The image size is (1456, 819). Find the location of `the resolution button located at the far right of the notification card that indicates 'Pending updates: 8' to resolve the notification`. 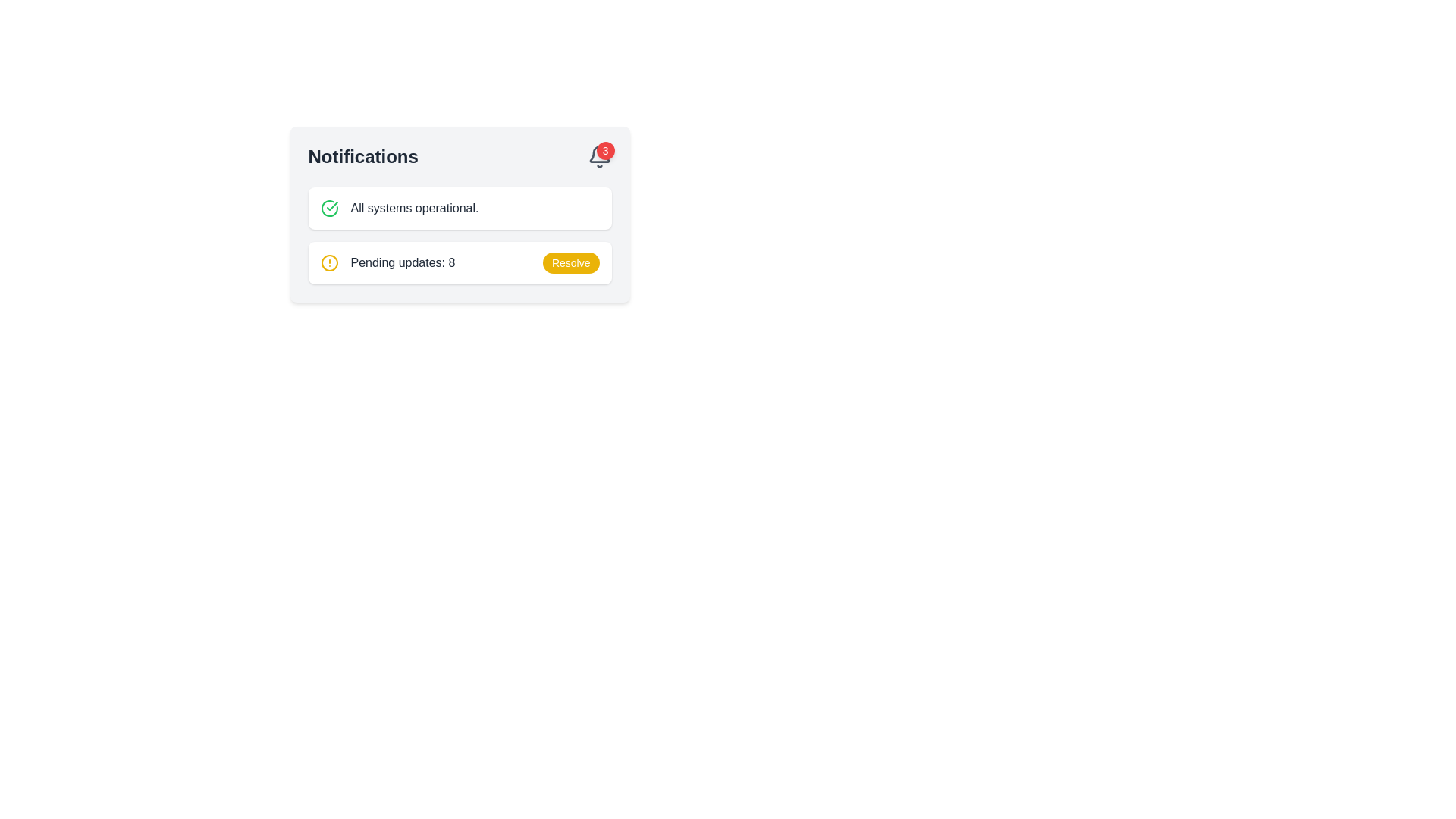

the resolution button located at the far right of the notification card that indicates 'Pending updates: 8' to resolve the notification is located at coordinates (570, 262).